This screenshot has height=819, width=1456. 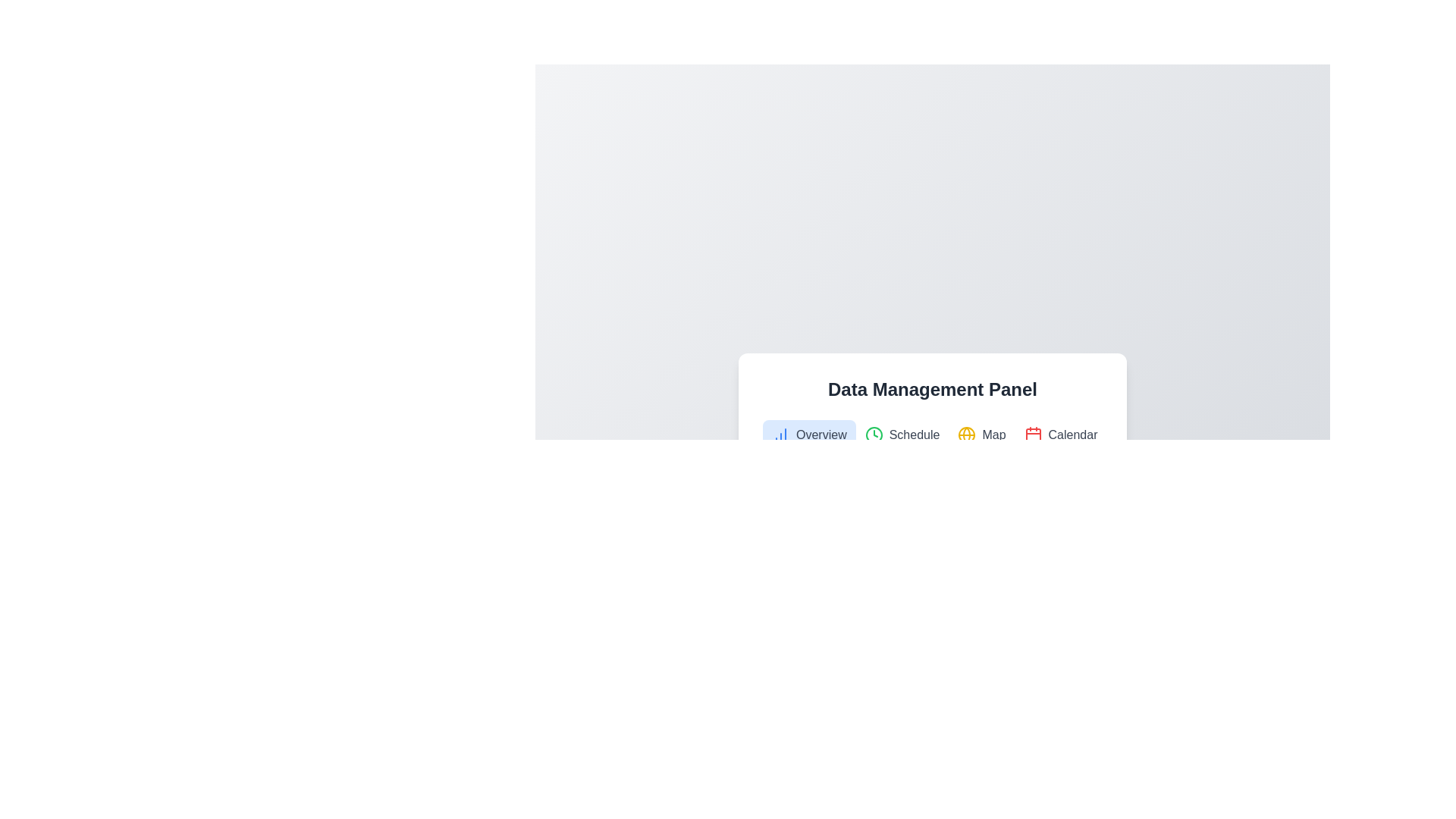 What do you see at coordinates (1059, 435) in the screenshot?
I see `the Navigation Button labeled 'Calendar' which features a red calendar icon` at bounding box center [1059, 435].